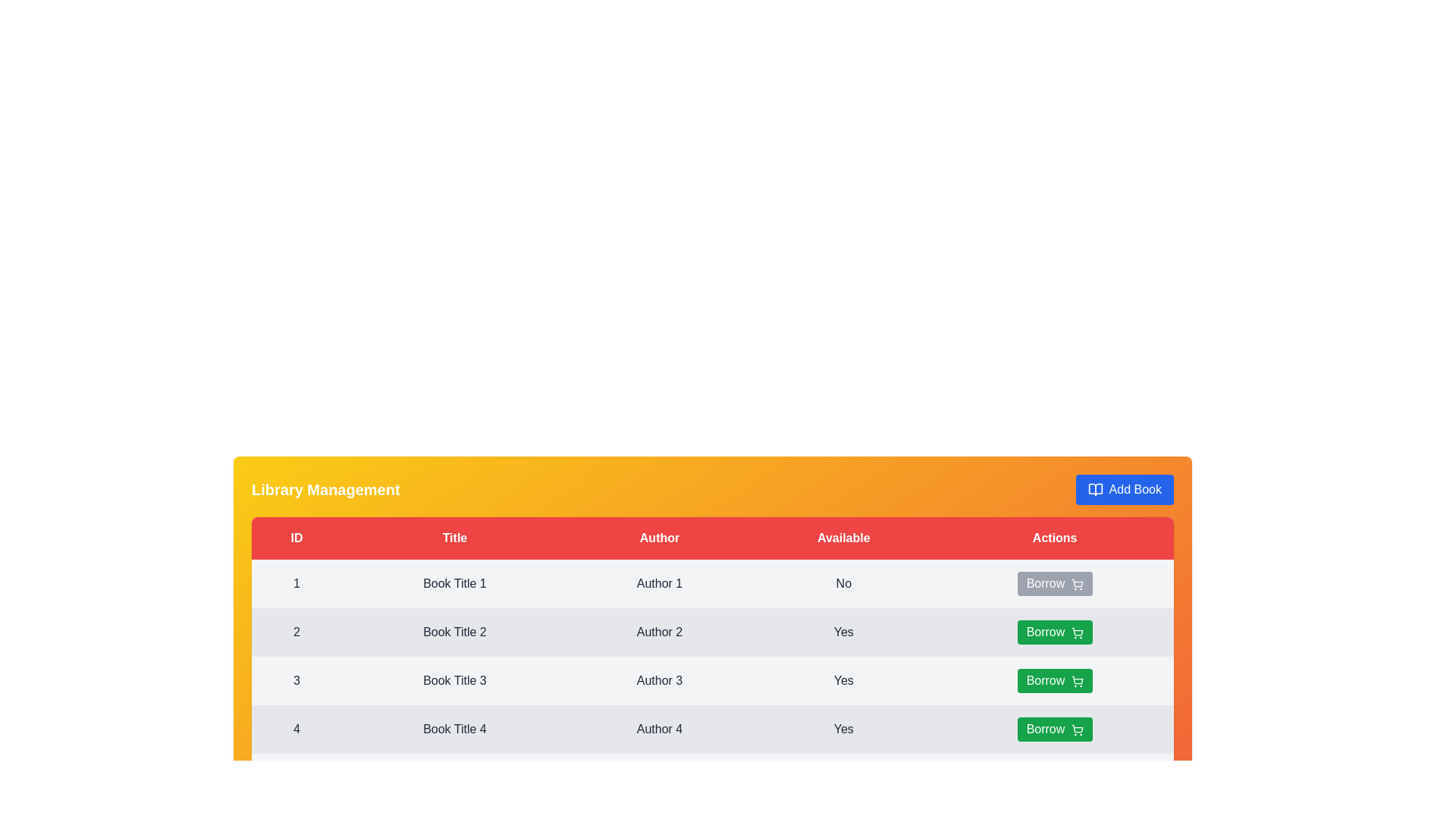 The height and width of the screenshot is (819, 1456). What do you see at coordinates (1125, 489) in the screenshot?
I see `'Add Book' button to initiate the process of adding a new book to the library` at bounding box center [1125, 489].